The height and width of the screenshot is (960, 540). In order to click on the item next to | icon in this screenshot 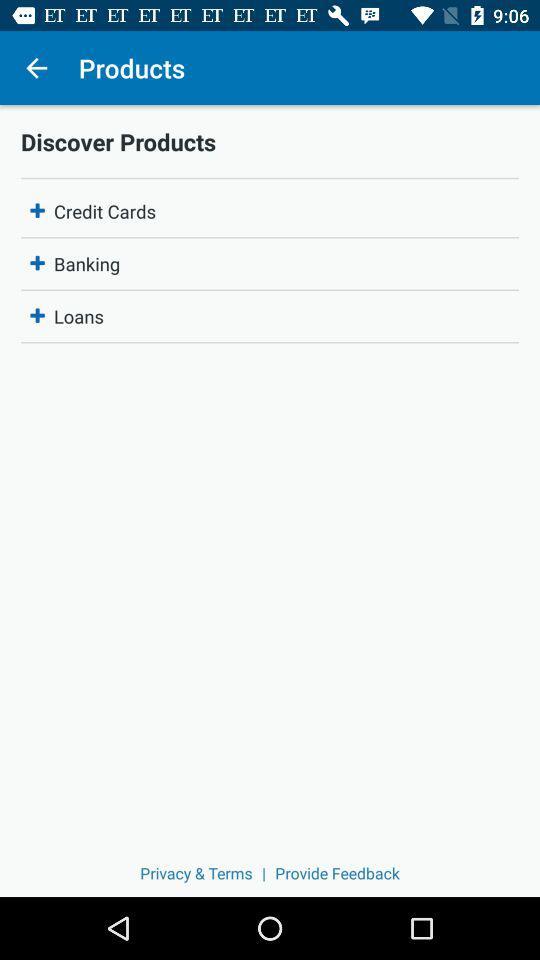, I will do `click(196, 872)`.